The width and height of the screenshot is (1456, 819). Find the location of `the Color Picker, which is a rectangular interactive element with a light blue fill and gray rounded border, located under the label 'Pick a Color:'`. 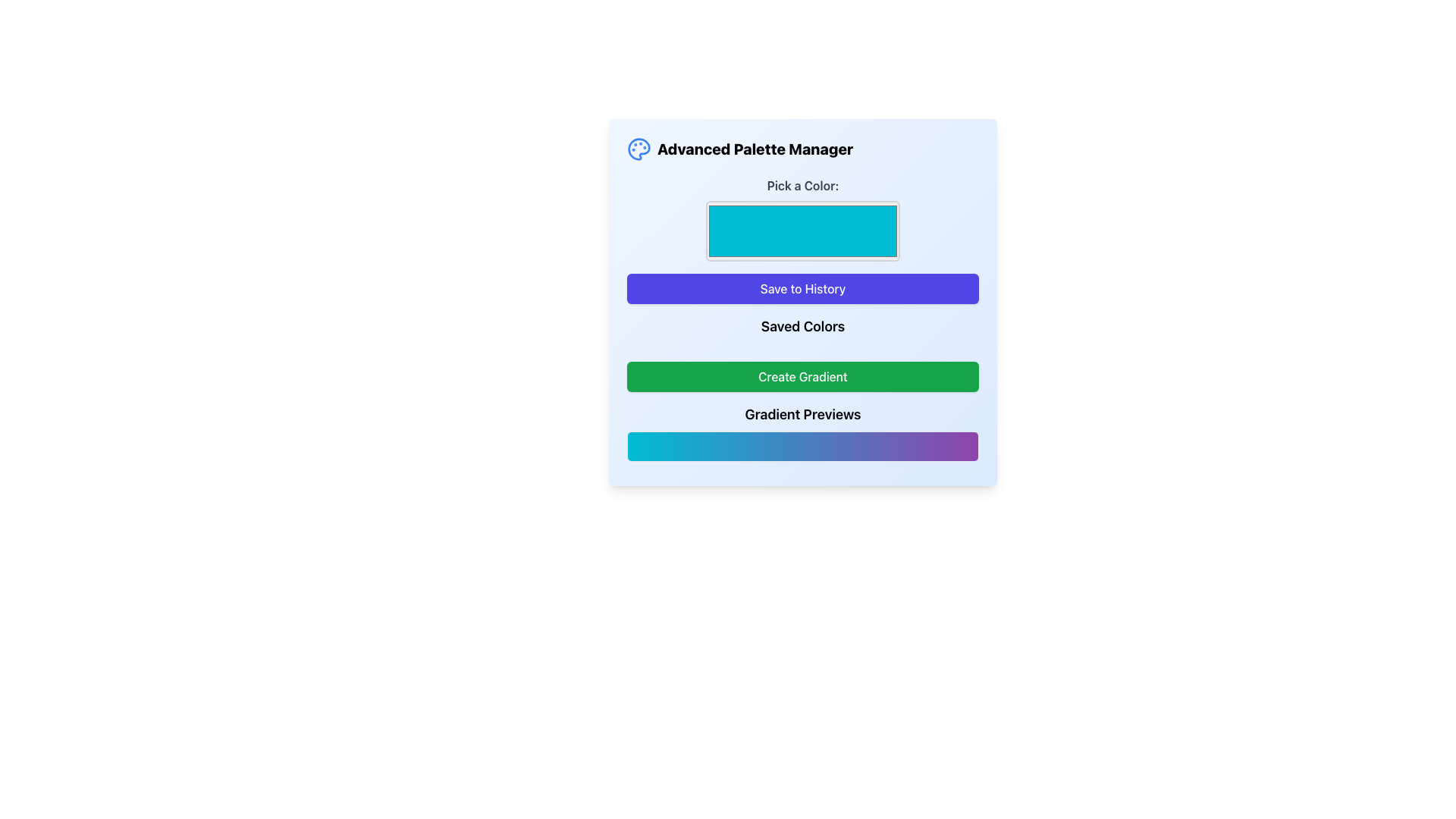

the Color Picker, which is a rectangular interactive element with a light blue fill and gray rounded border, located under the label 'Pick a Color:' is located at coordinates (802, 219).